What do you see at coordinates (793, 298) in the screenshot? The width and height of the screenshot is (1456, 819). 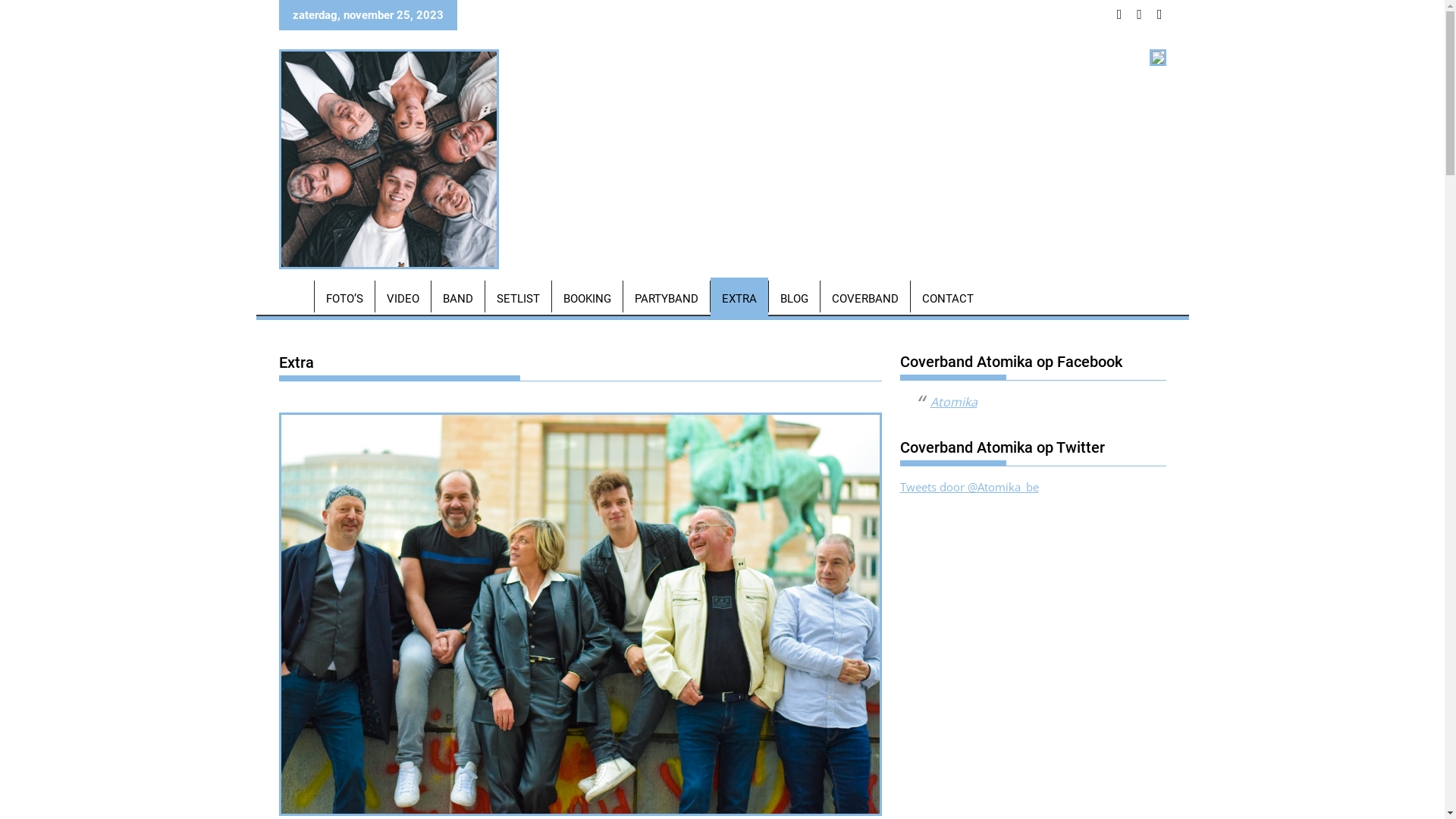 I see `'BLOG'` at bounding box center [793, 298].